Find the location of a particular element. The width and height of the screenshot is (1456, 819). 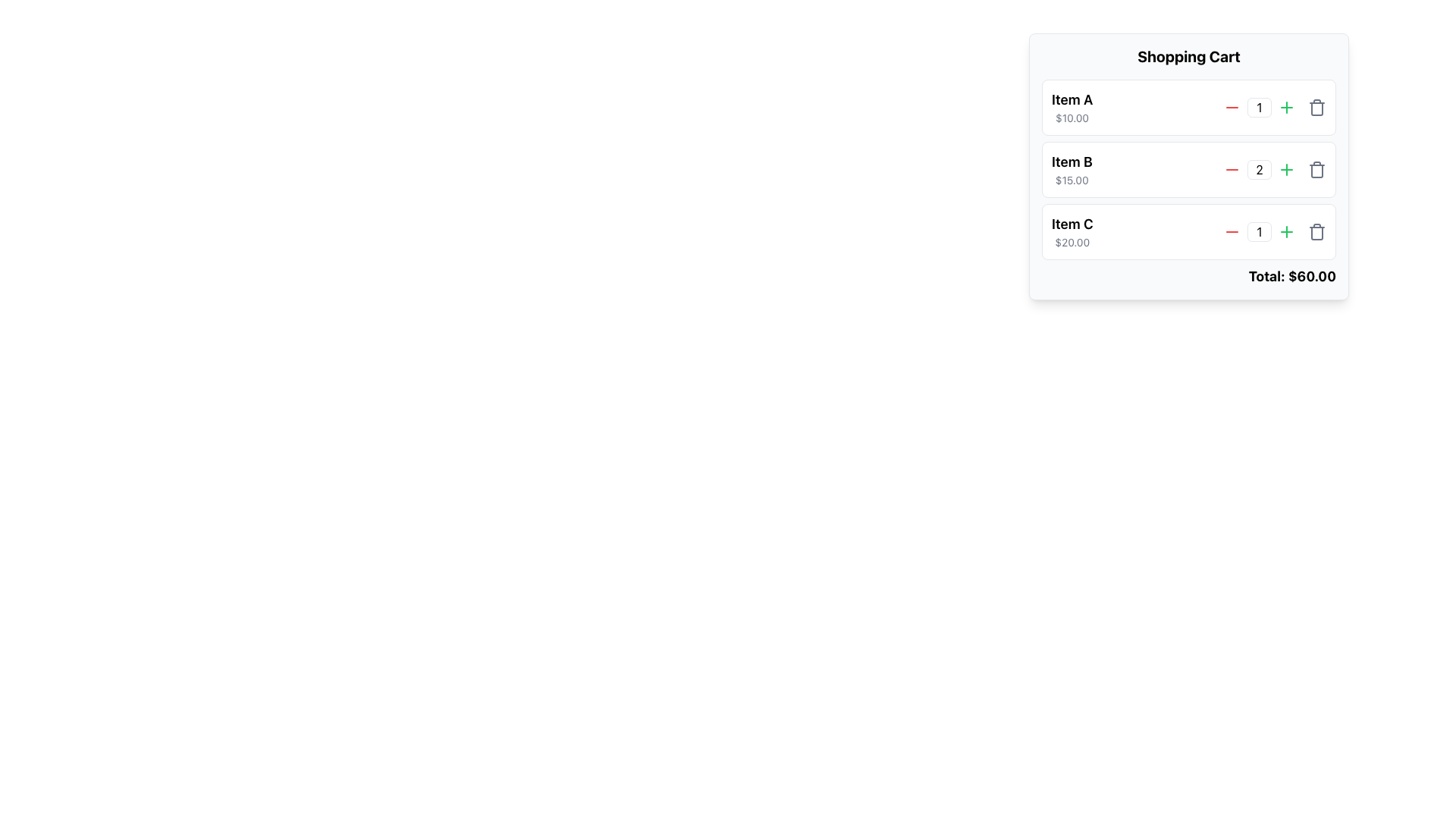

the text label indicating the product title located directly above the price in the shopping cart interface is located at coordinates (1072, 224).